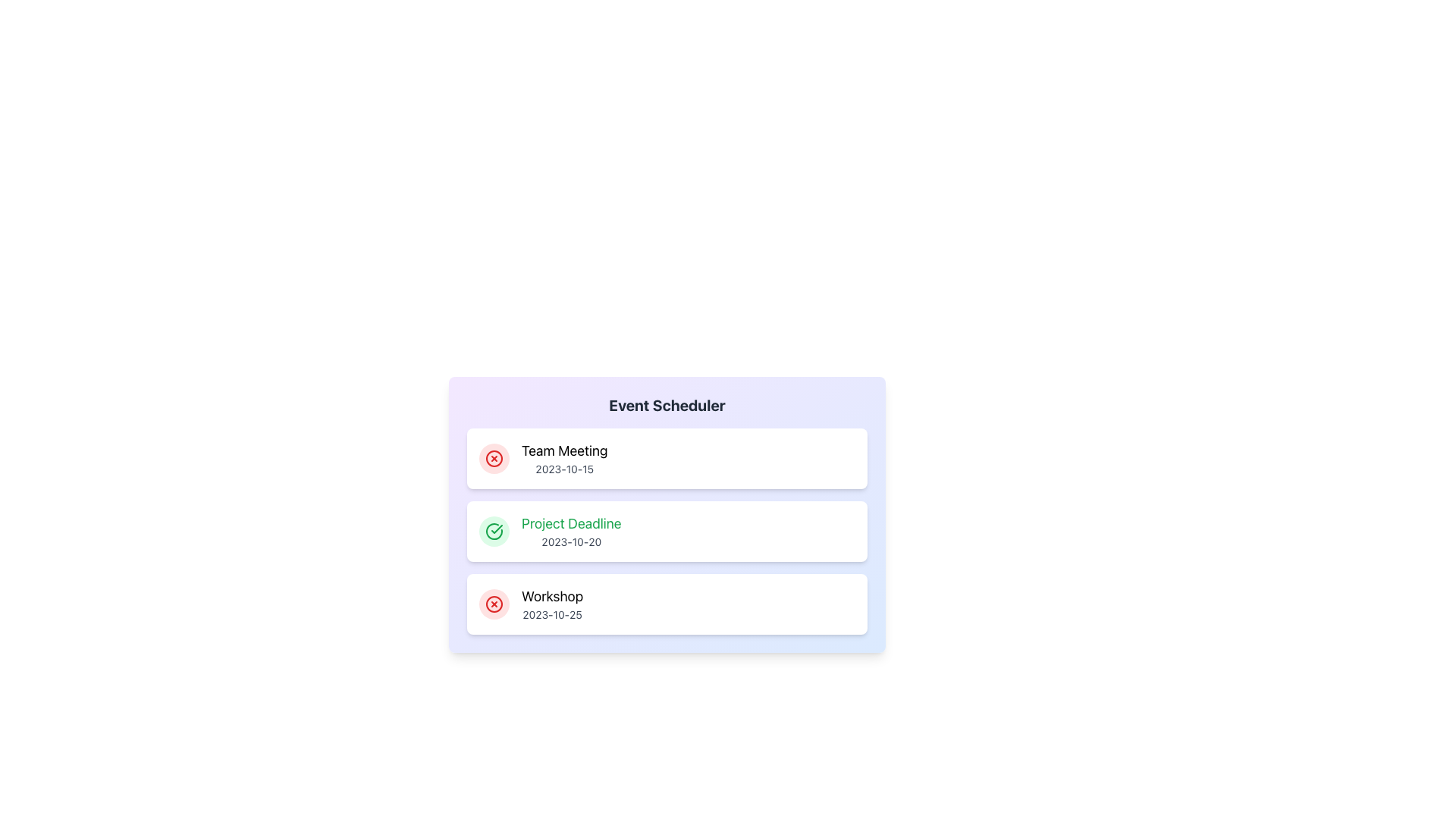 This screenshot has height=819, width=1456. I want to click on the text label displaying the scheduled project's deadline date, located in the second card of a vertical list, directly below the 'Project Deadline' text, so click(570, 541).